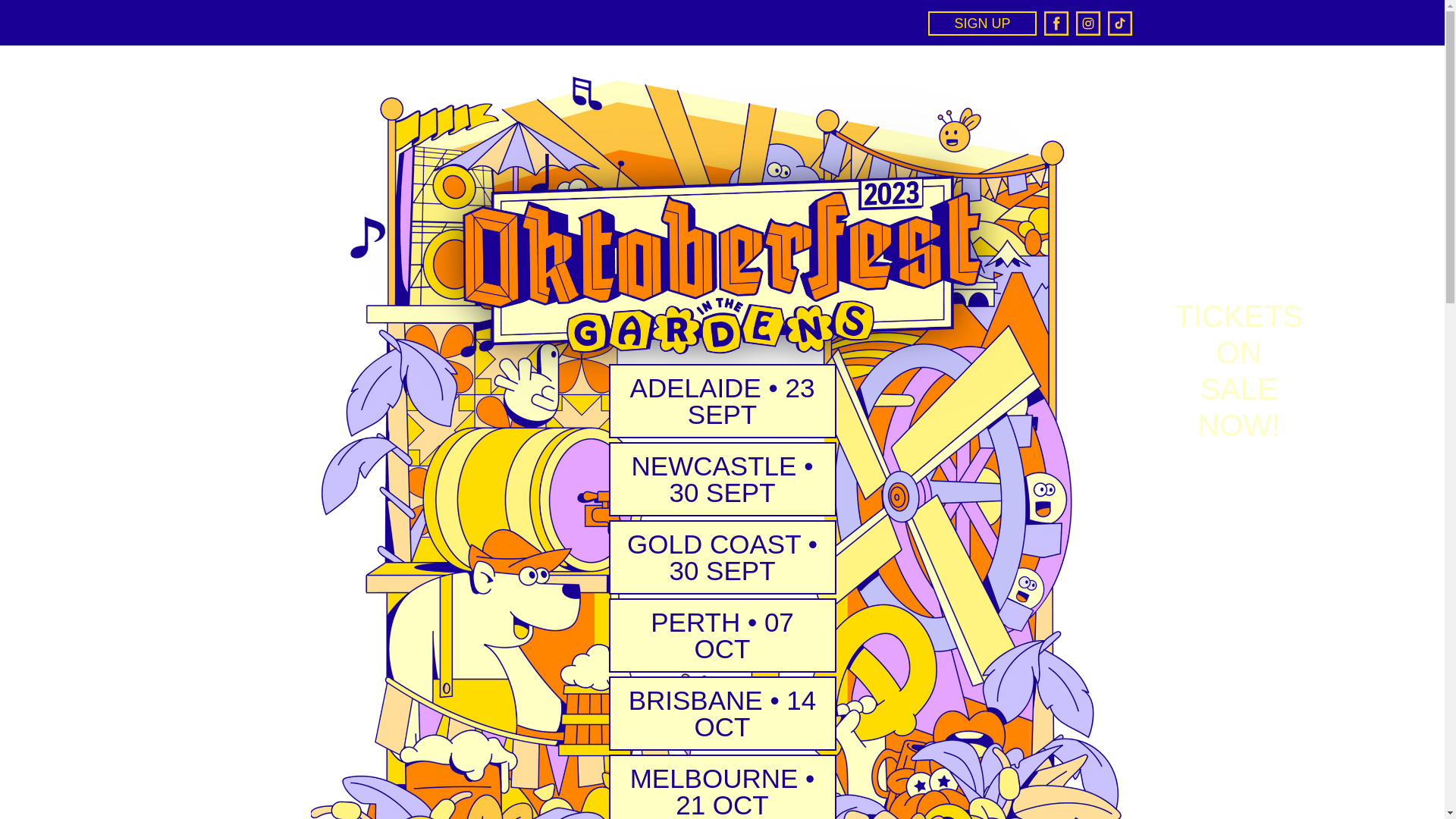  I want to click on 'Facebook', so click(1043, 23).